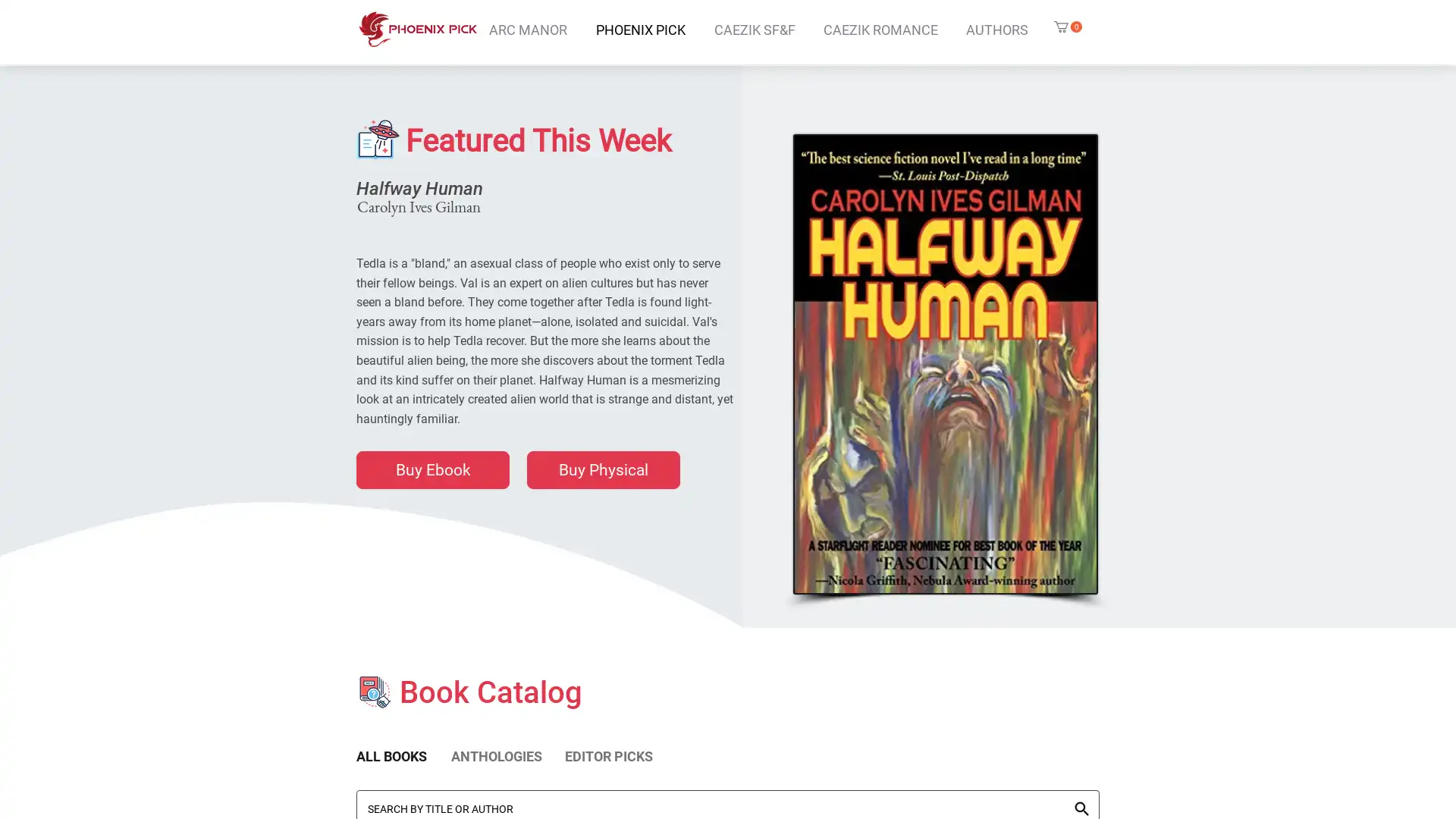 This screenshot has width=1456, height=819. Describe the element at coordinates (403, 757) in the screenshot. I see `ALL BOOKS` at that location.